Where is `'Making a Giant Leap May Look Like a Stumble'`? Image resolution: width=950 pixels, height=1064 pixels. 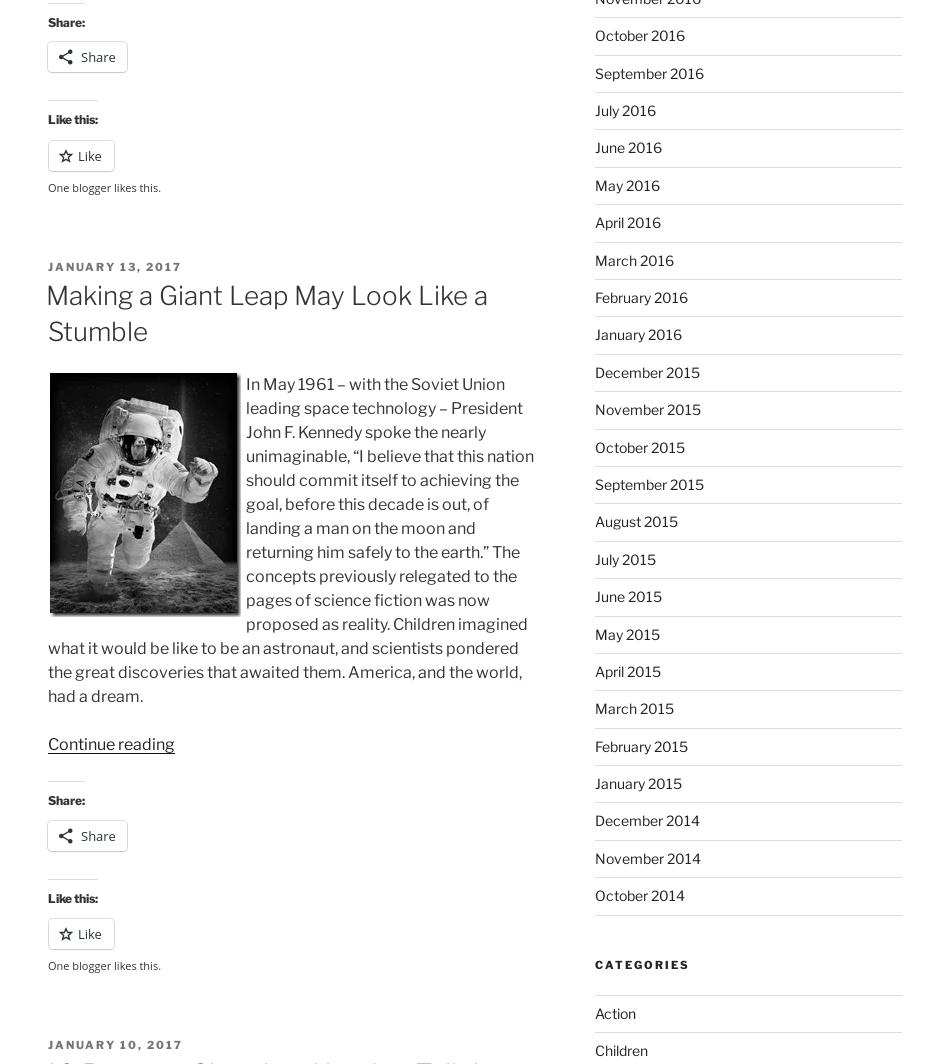 'Making a Giant Leap May Look Like a Stumble' is located at coordinates (266, 313).